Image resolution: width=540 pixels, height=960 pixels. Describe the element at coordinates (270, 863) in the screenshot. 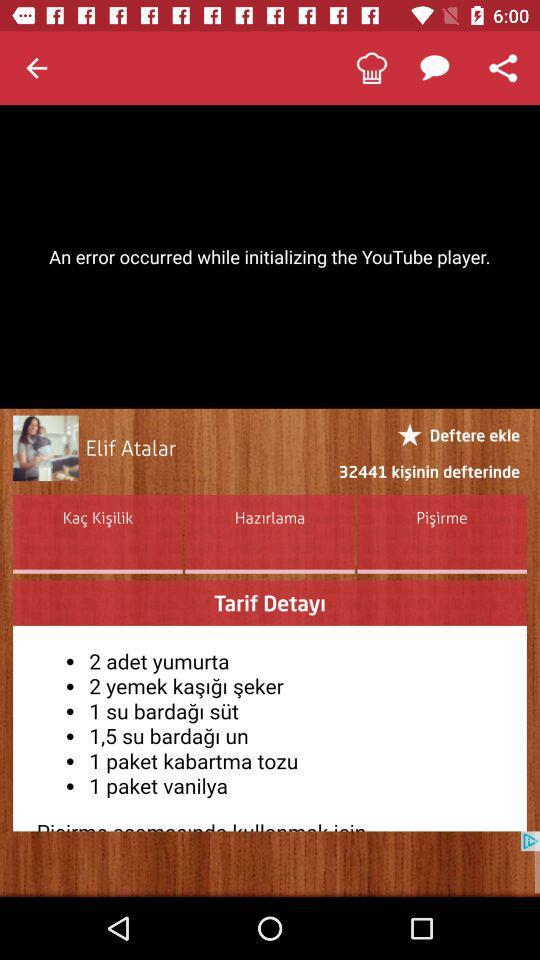

I see `it is a link to an adversiter not shown` at that location.